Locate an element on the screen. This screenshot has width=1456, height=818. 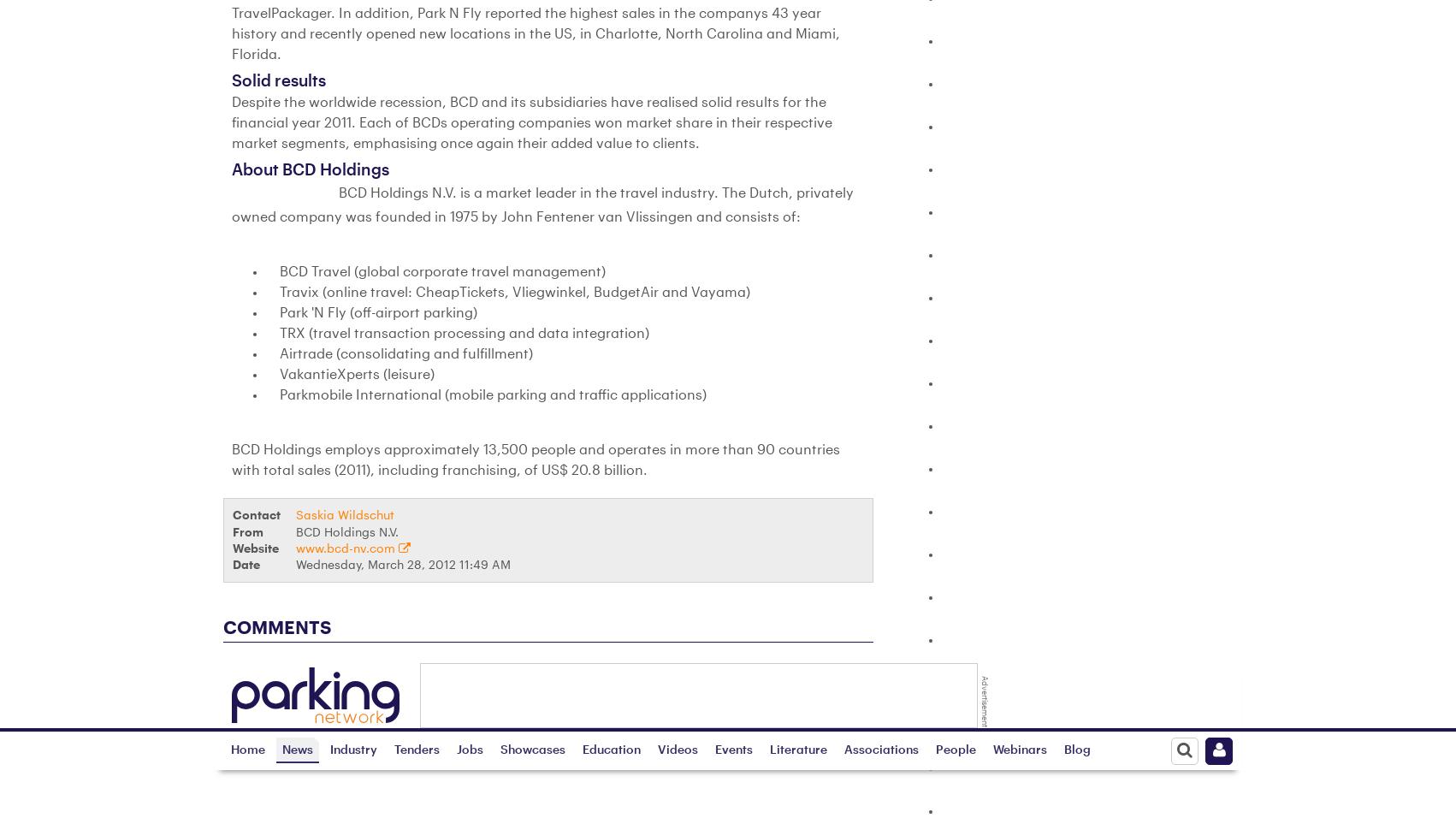
'About Parking Network' is located at coordinates (790, 689).